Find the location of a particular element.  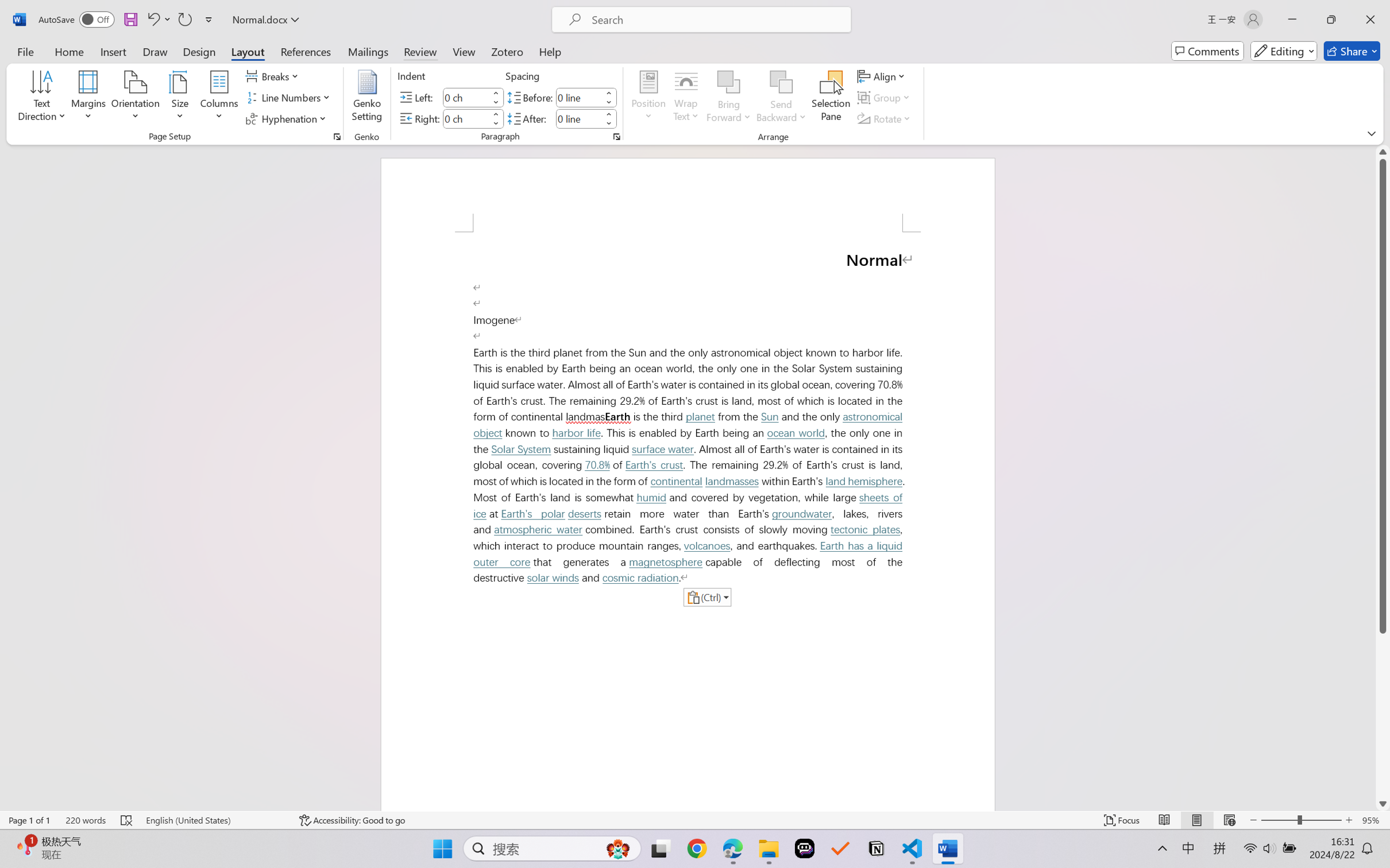

'Orientation' is located at coordinates (135, 98).